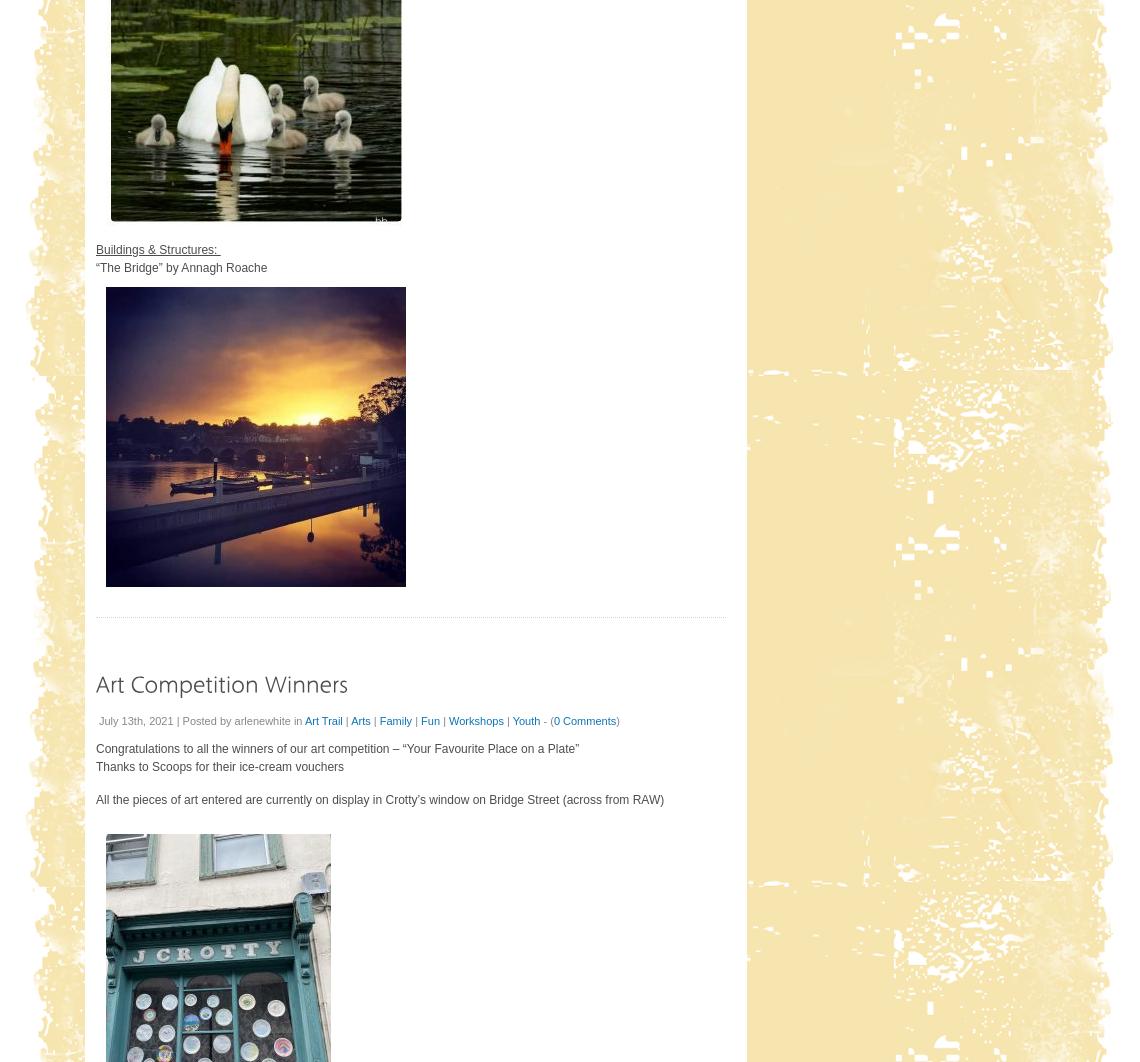  Describe the element at coordinates (260, 720) in the screenshot. I see `'arlenewhite'` at that location.